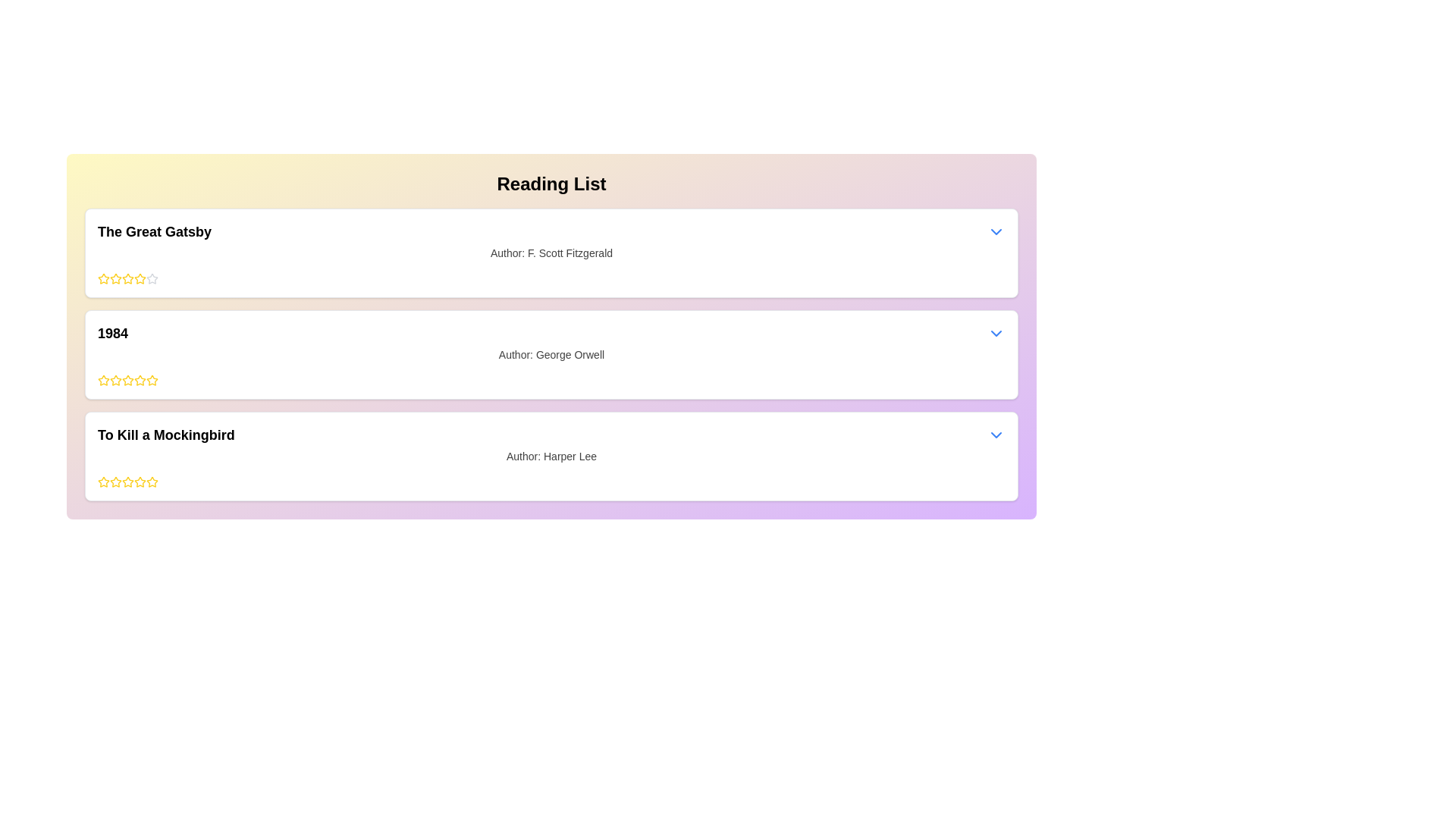  What do you see at coordinates (166, 435) in the screenshot?
I see `the text label displaying 'To Kill a Mockingbird' which is prominently positioned in bold font at the start of its section` at bounding box center [166, 435].